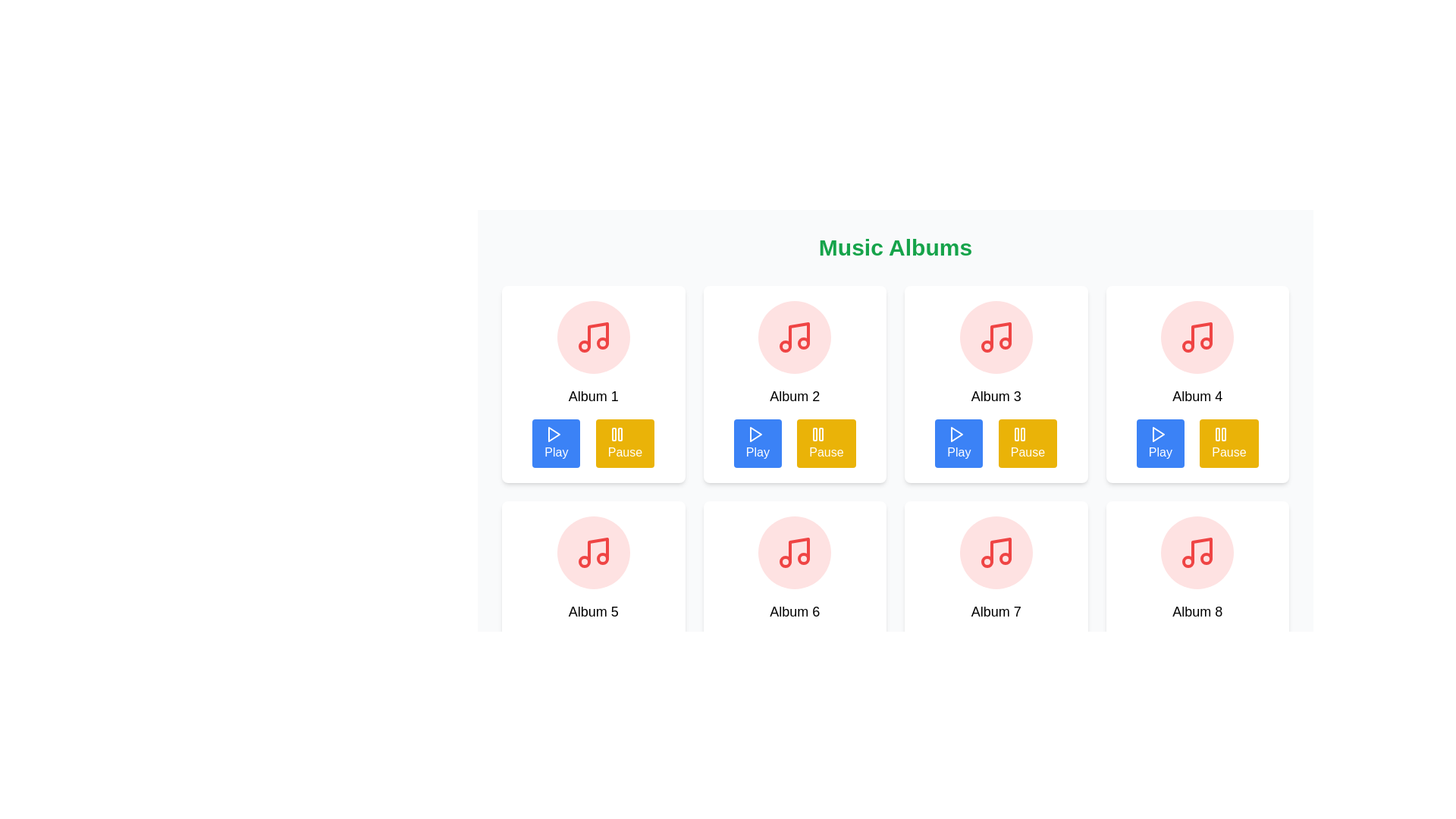  What do you see at coordinates (955, 435) in the screenshot?
I see `the triangular, forward-pointing play icon with a blue background located under the 'Play' button of 'Album 3'` at bounding box center [955, 435].